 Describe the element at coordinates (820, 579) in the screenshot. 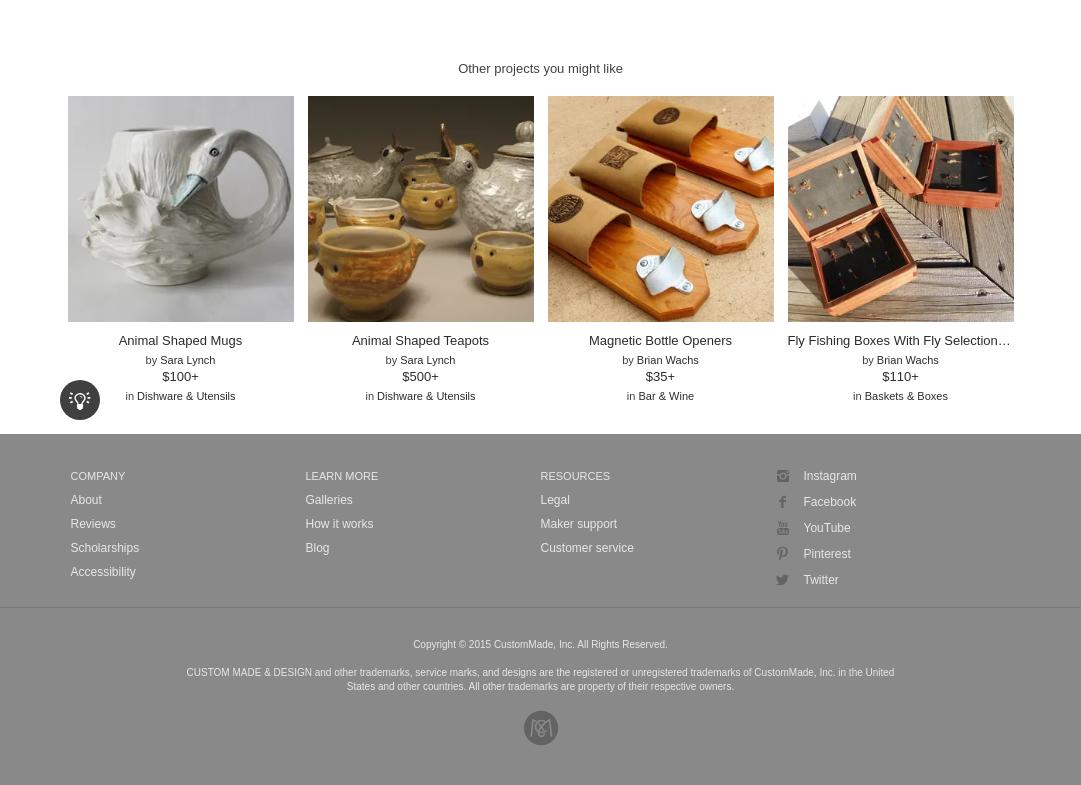

I see `'Twitter'` at that location.